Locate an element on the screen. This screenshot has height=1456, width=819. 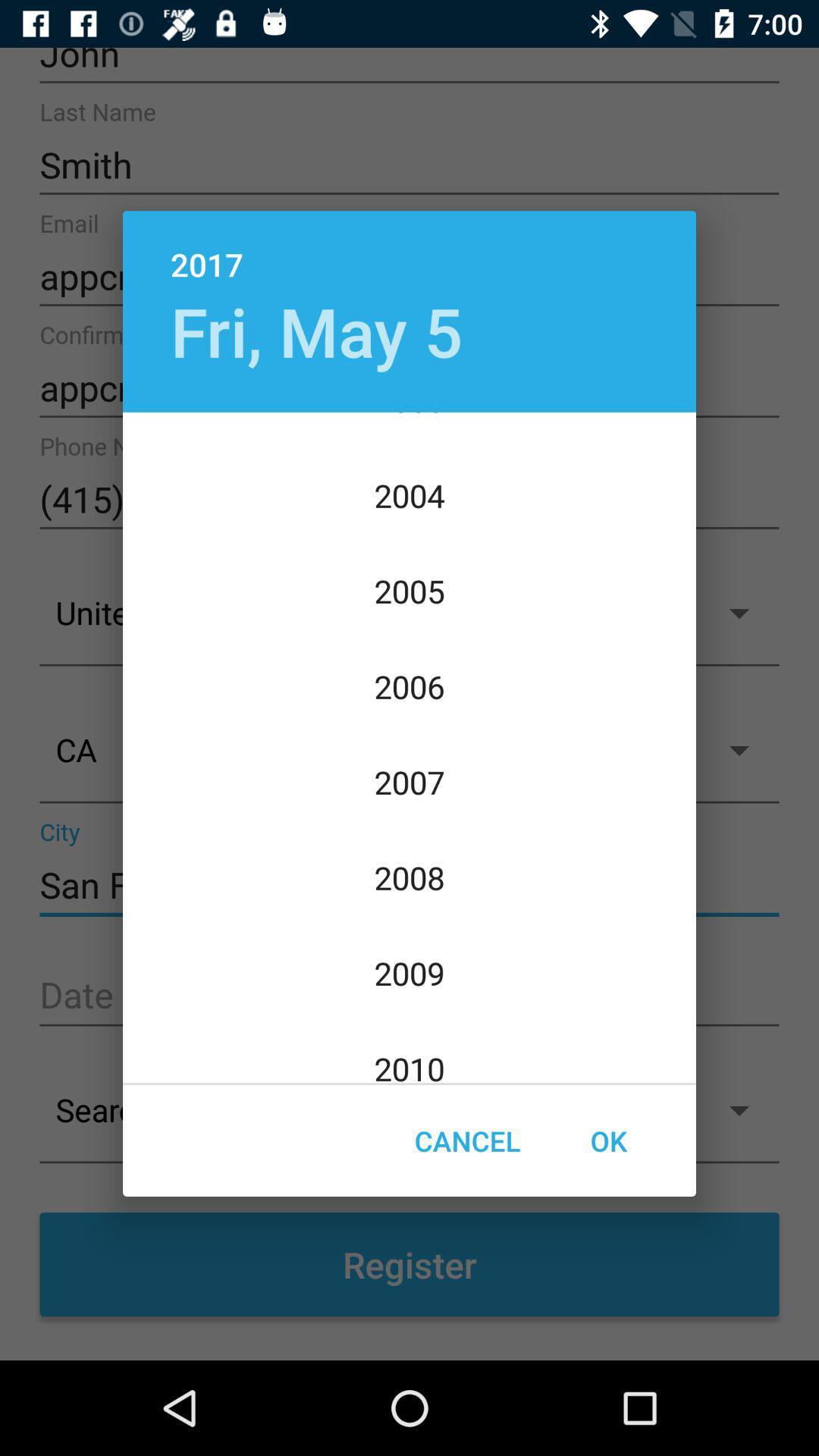
the fri, may 5 item is located at coordinates (315, 330).